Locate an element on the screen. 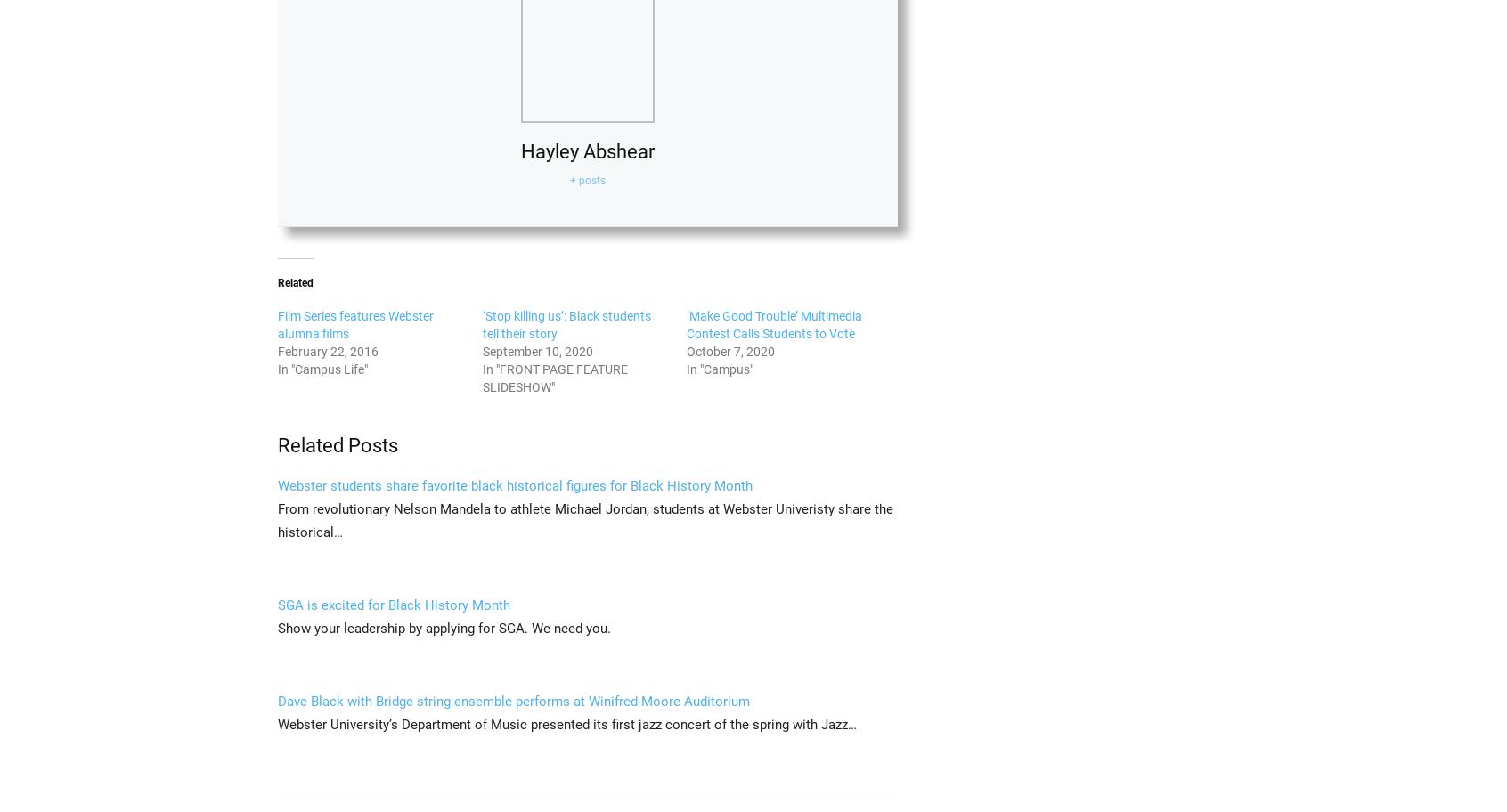 Image resolution: width=1507 pixels, height=812 pixels. 'Show your leadership by applying for SGA. We need you.' is located at coordinates (277, 628).